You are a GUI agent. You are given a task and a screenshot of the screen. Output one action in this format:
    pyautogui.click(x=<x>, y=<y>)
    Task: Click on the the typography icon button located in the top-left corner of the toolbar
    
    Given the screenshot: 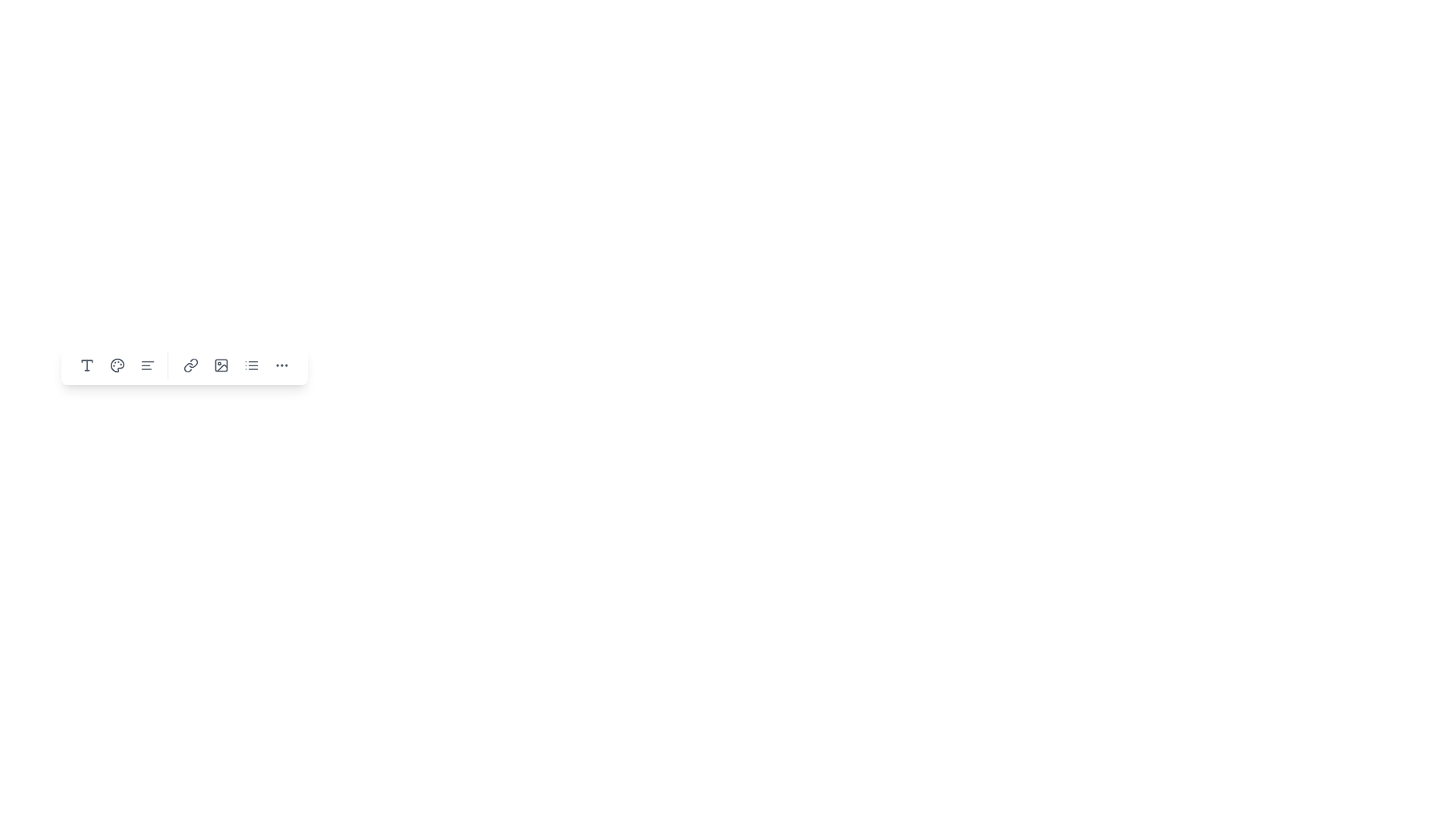 What is the action you would take?
    pyautogui.click(x=86, y=366)
    